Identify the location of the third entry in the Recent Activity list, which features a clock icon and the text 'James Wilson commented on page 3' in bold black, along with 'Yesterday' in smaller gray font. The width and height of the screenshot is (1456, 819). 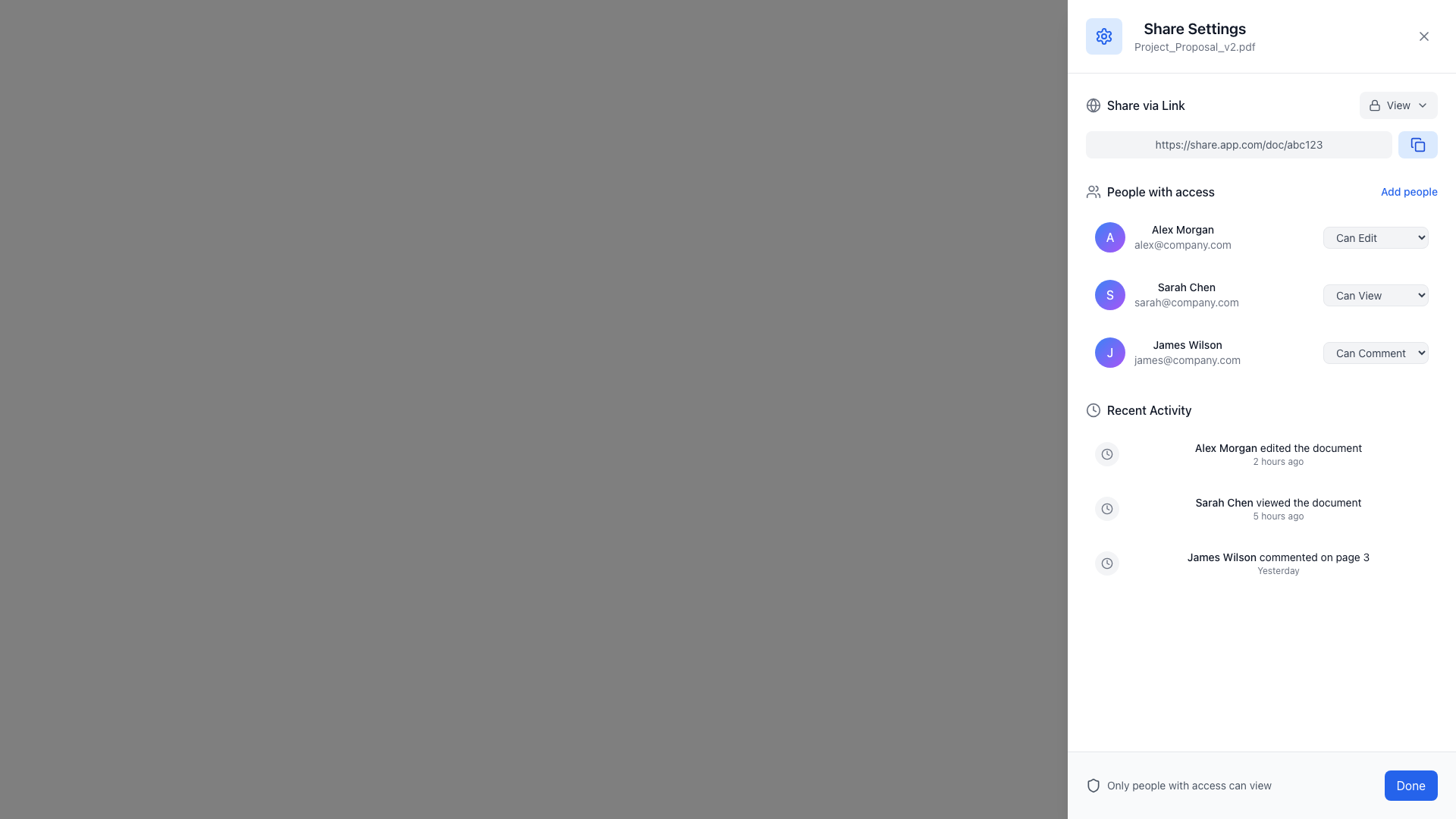
(1262, 563).